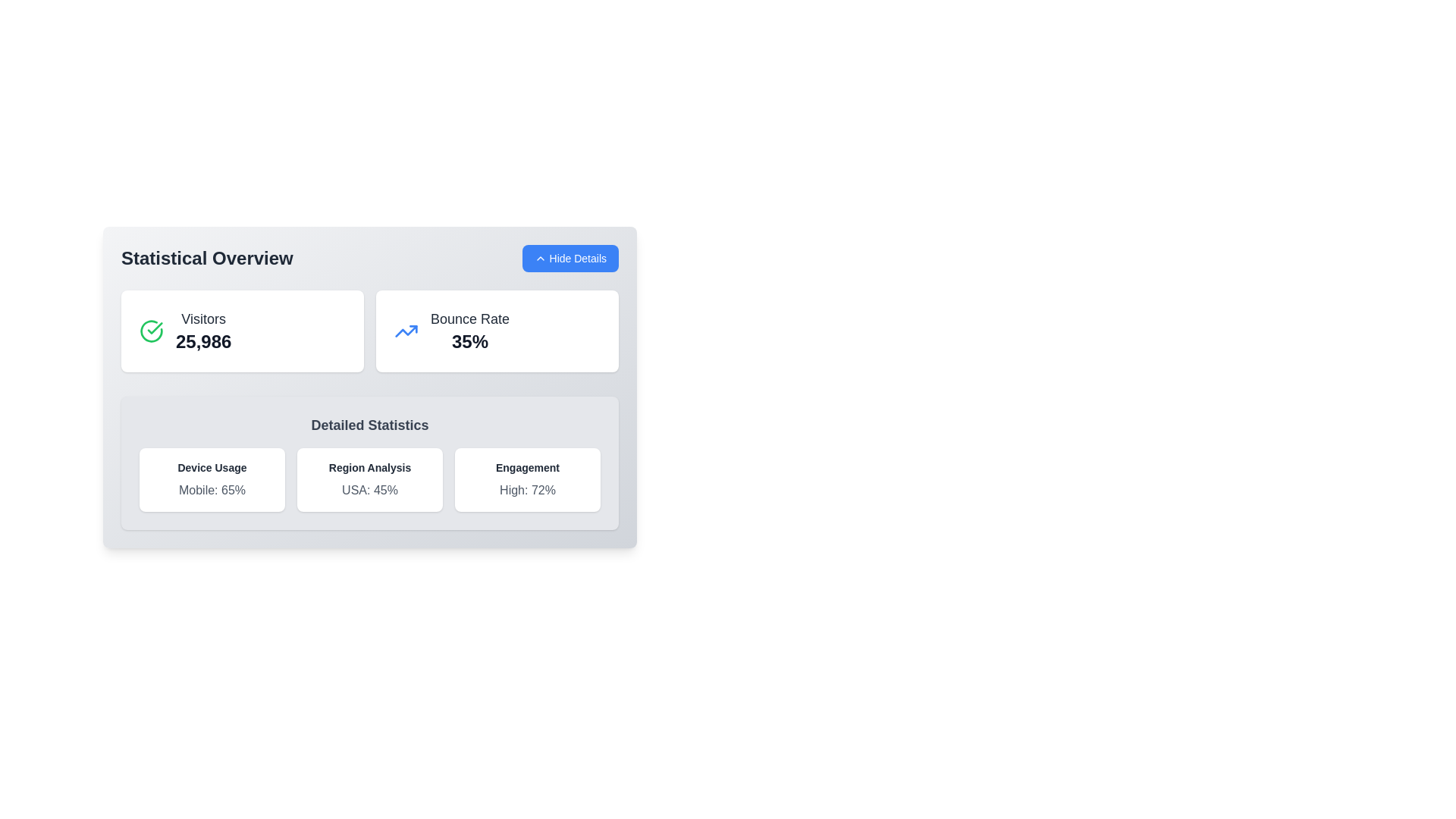 The width and height of the screenshot is (1456, 819). What do you see at coordinates (370, 425) in the screenshot?
I see `the Text label that acts as a title or header for the subsequent statistics, which is centrally located in a light grey box with rounded corners` at bounding box center [370, 425].